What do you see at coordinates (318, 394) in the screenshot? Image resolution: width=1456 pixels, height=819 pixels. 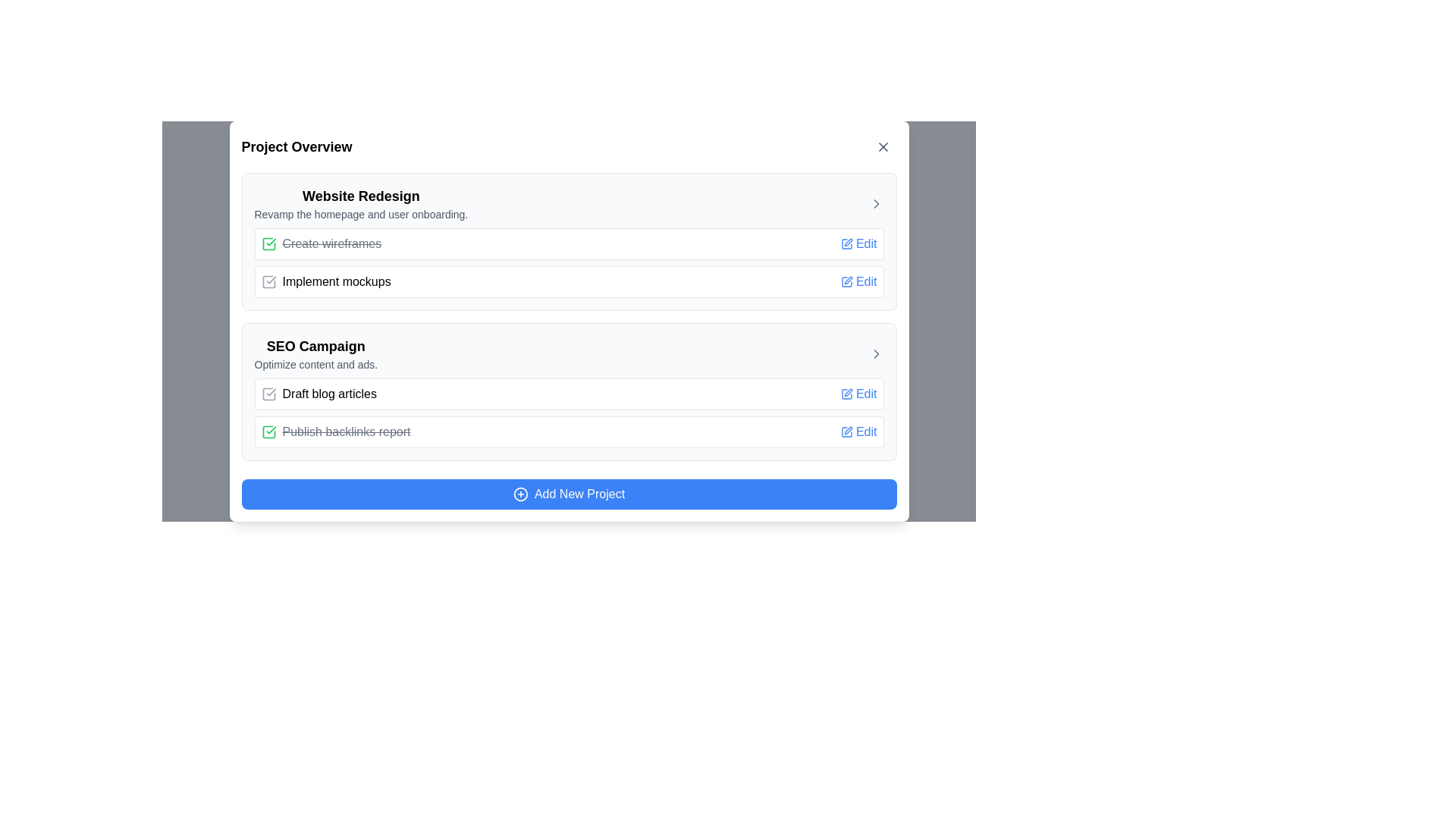 I see `the text label displaying the task 'Draft blog articles' in the 'SEO Campaign' section` at bounding box center [318, 394].